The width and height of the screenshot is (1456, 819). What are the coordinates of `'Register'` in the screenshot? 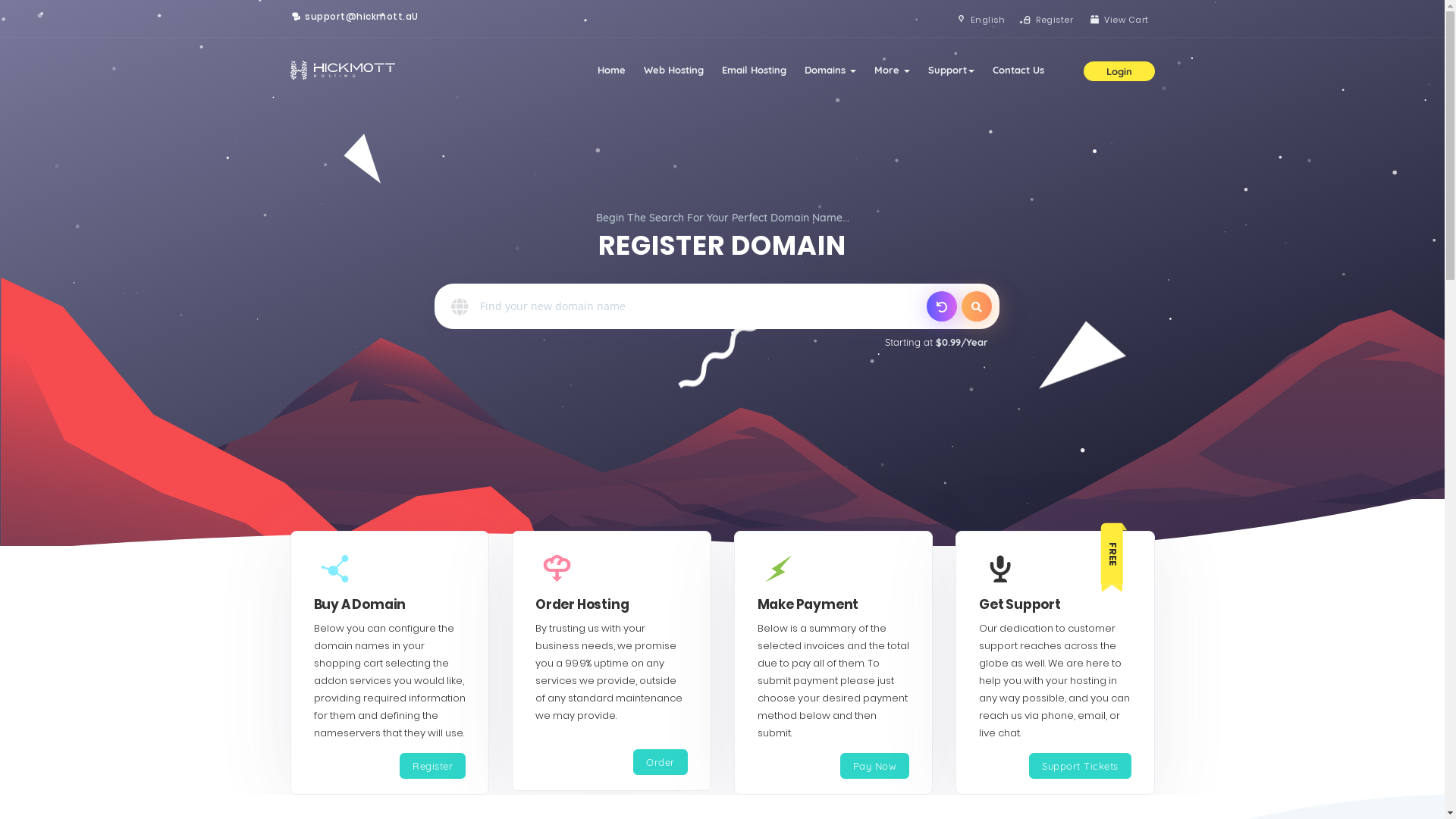 It's located at (431, 766).